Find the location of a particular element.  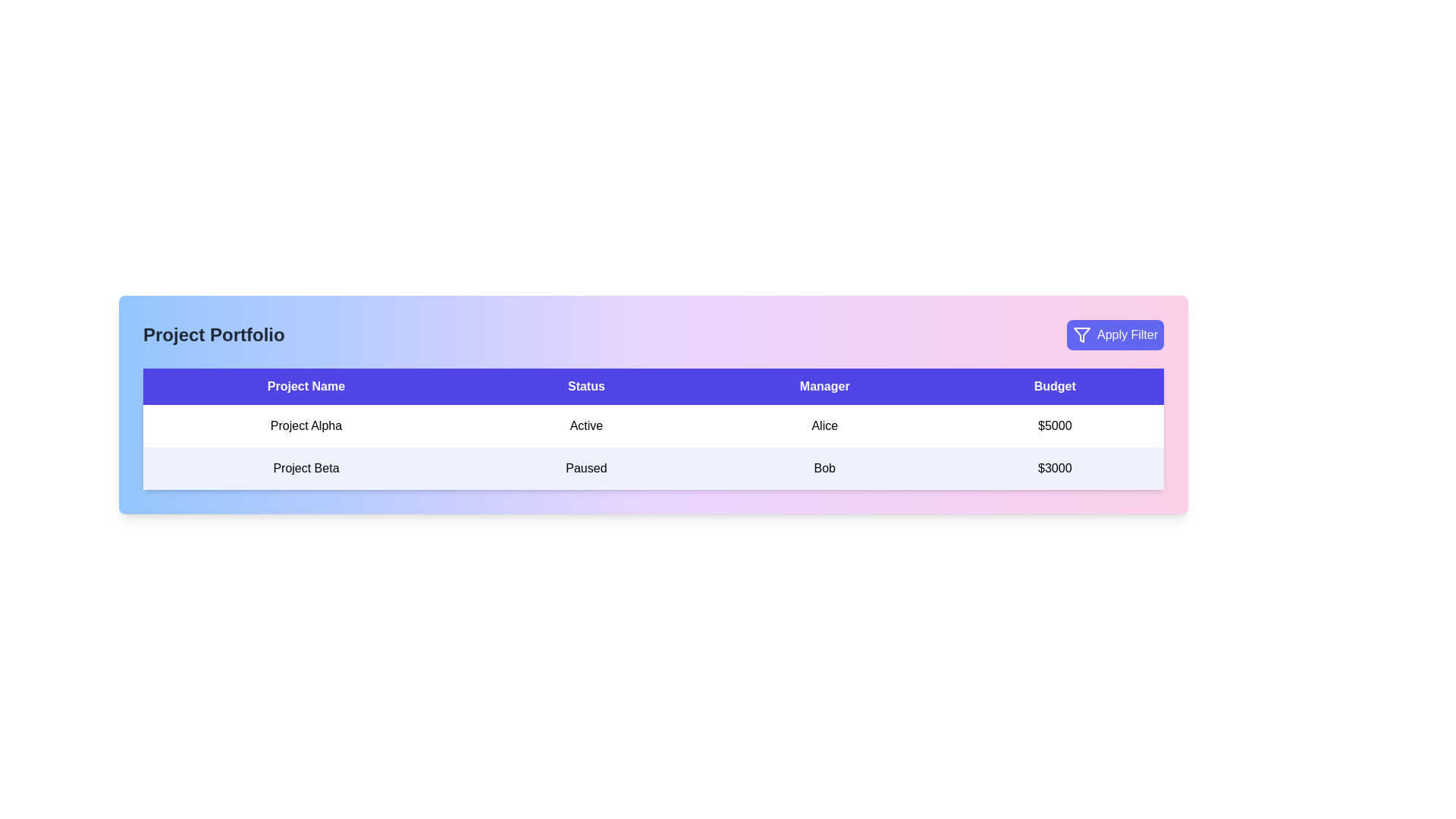

the text label displaying 'Project Alpha' located in the leftmost column under the header 'Project Name' in the table is located at coordinates (305, 426).